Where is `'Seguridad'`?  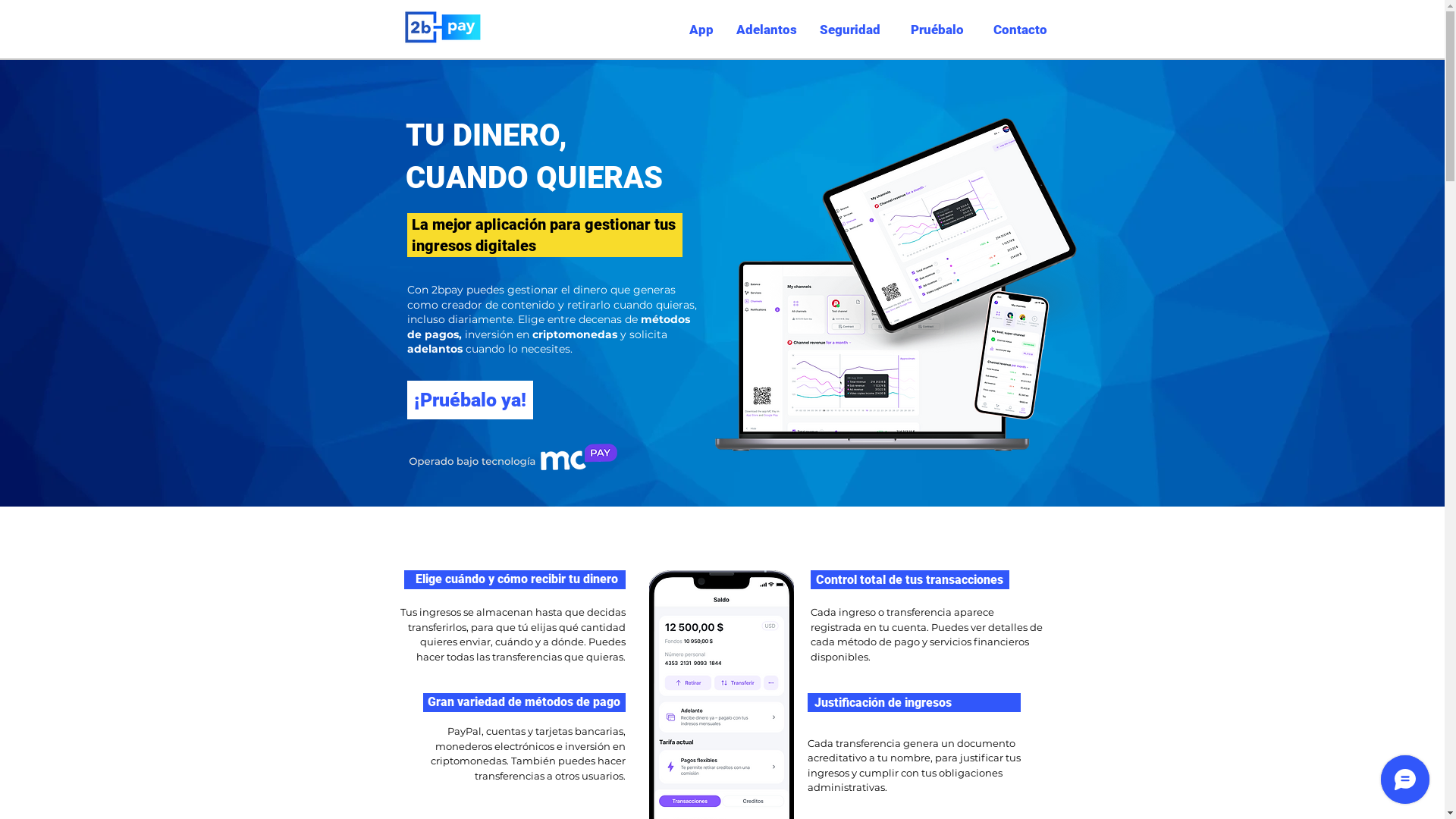
'Seguridad' is located at coordinates (850, 29).